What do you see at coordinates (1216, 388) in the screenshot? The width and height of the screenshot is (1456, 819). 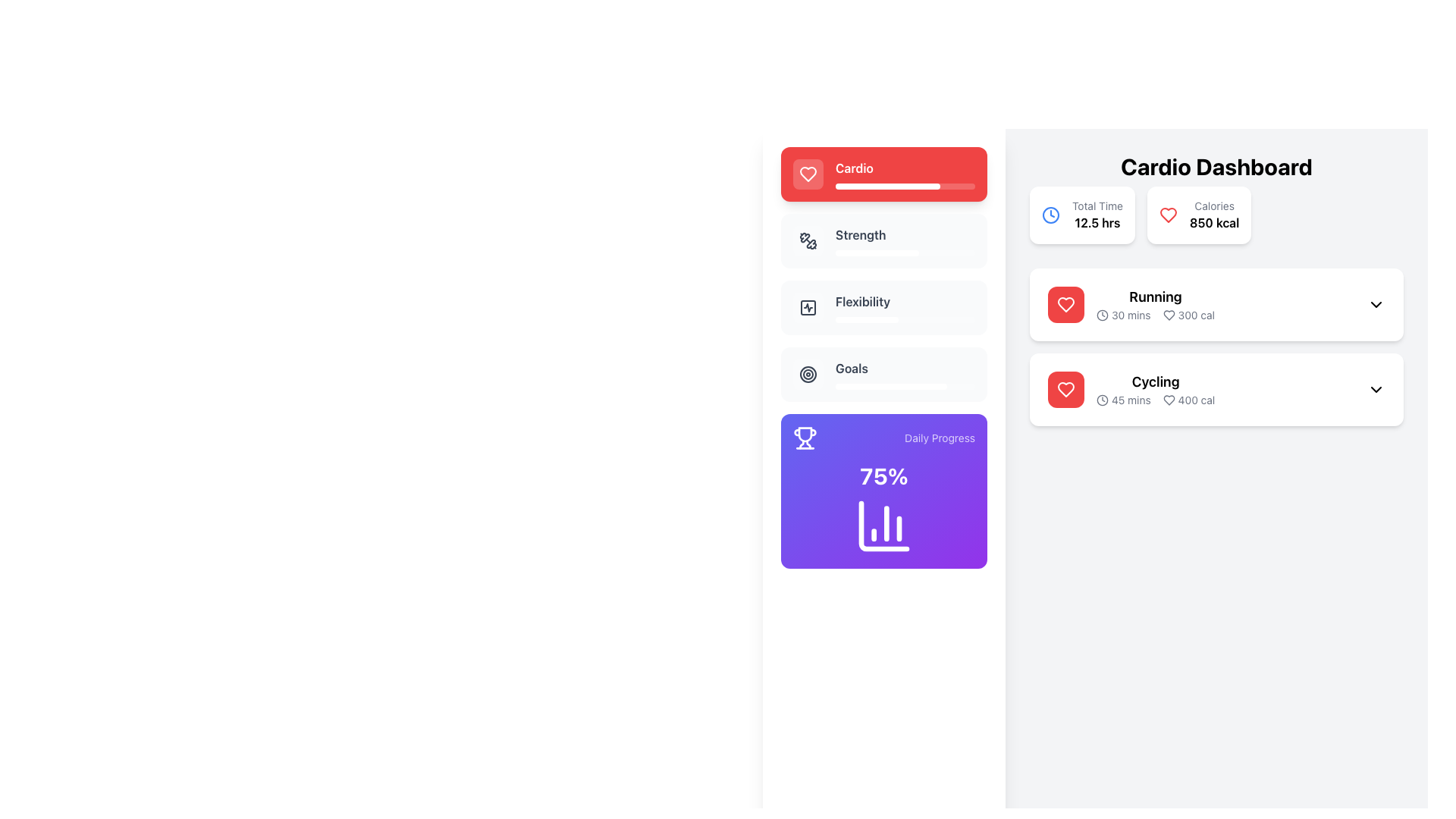 I see `the second list item representing 'Cycling' under the 'Cardio Dashboard'` at bounding box center [1216, 388].